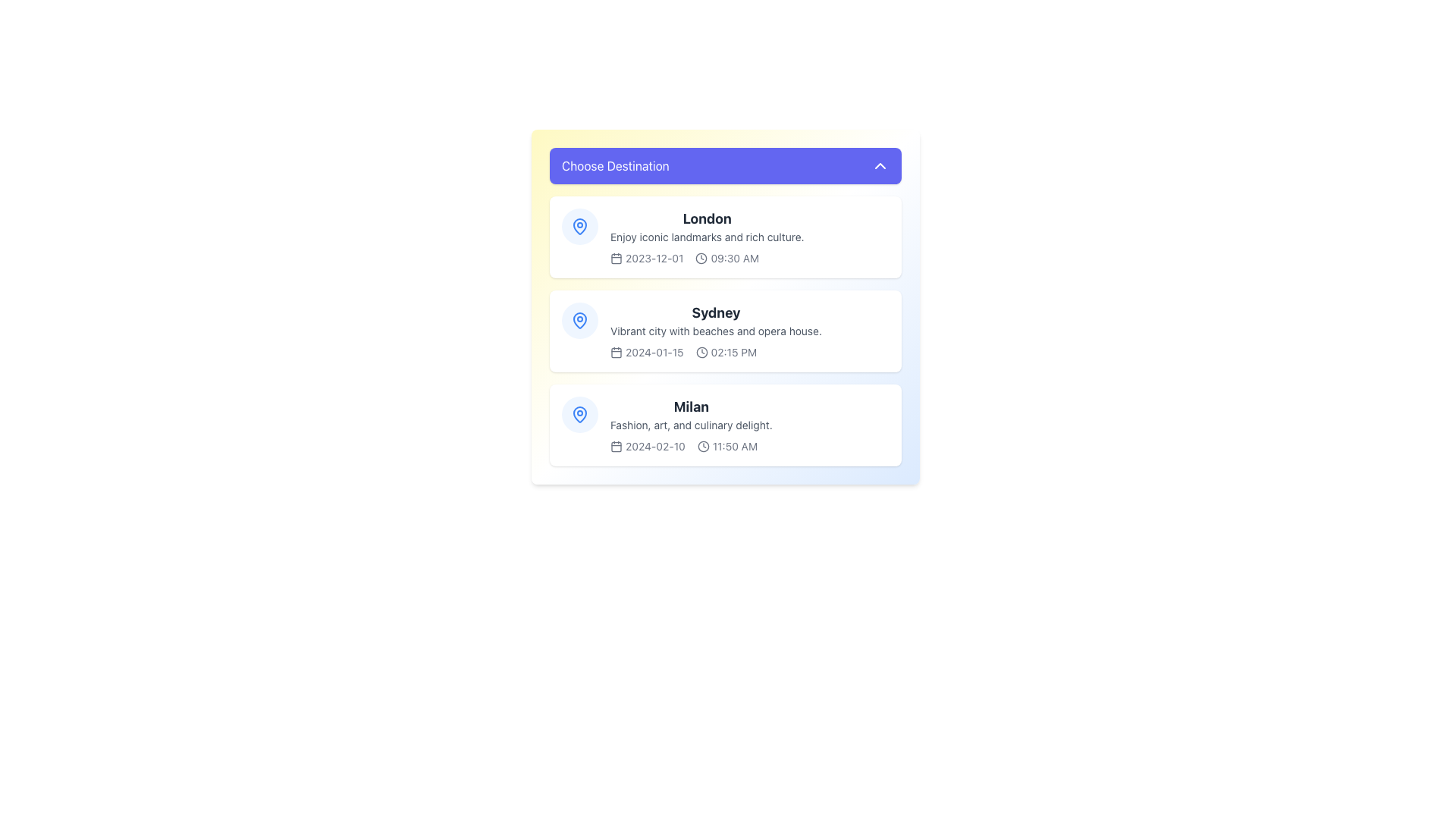 The image size is (1456, 819). What do you see at coordinates (579, 227) in the screenshot?
I see `the icon representing the geographical location related to the 'London' destination card, which is located on the left side of the first card in a vertical list of destination cards` at bounding box center [579, 227].